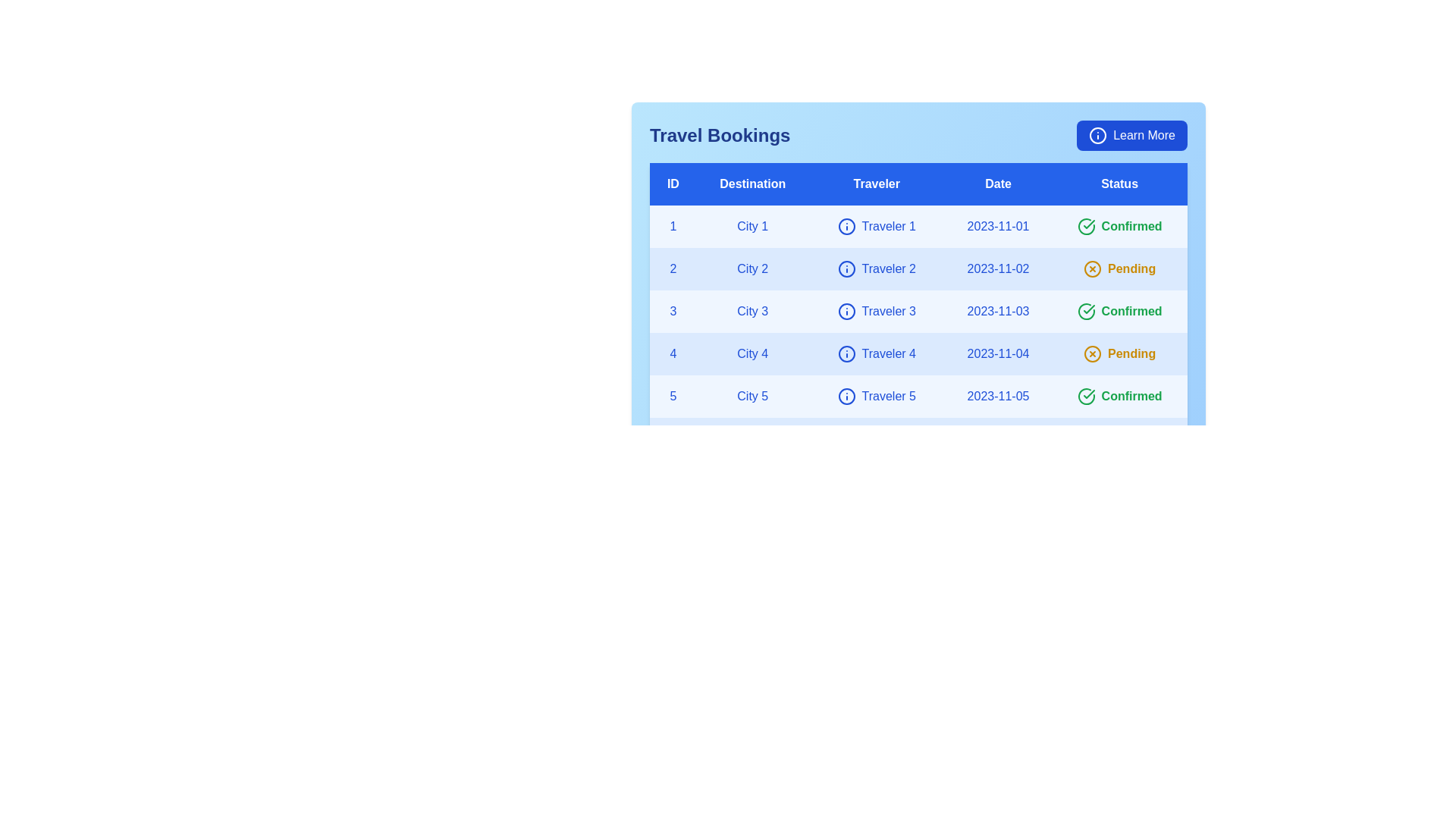  Describe the element at coordinates (846, 396) in the screenshot. I see `the 'Info' icon next to the traveler's name for traveler 5` at that location.